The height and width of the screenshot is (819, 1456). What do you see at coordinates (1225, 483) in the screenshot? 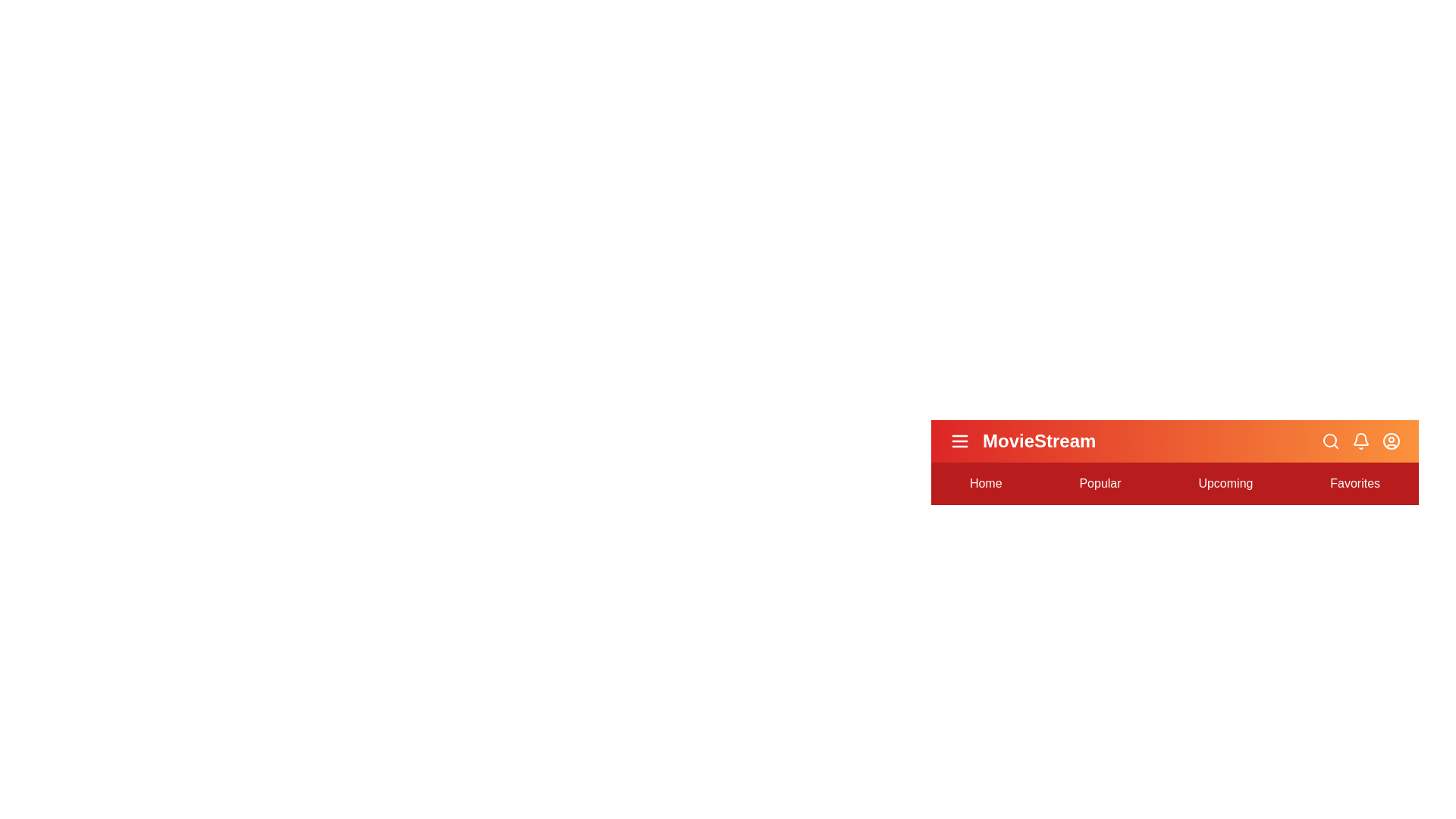
I see `the navigation option Upcoming to highlight it` at bounding box center [1225, 483].